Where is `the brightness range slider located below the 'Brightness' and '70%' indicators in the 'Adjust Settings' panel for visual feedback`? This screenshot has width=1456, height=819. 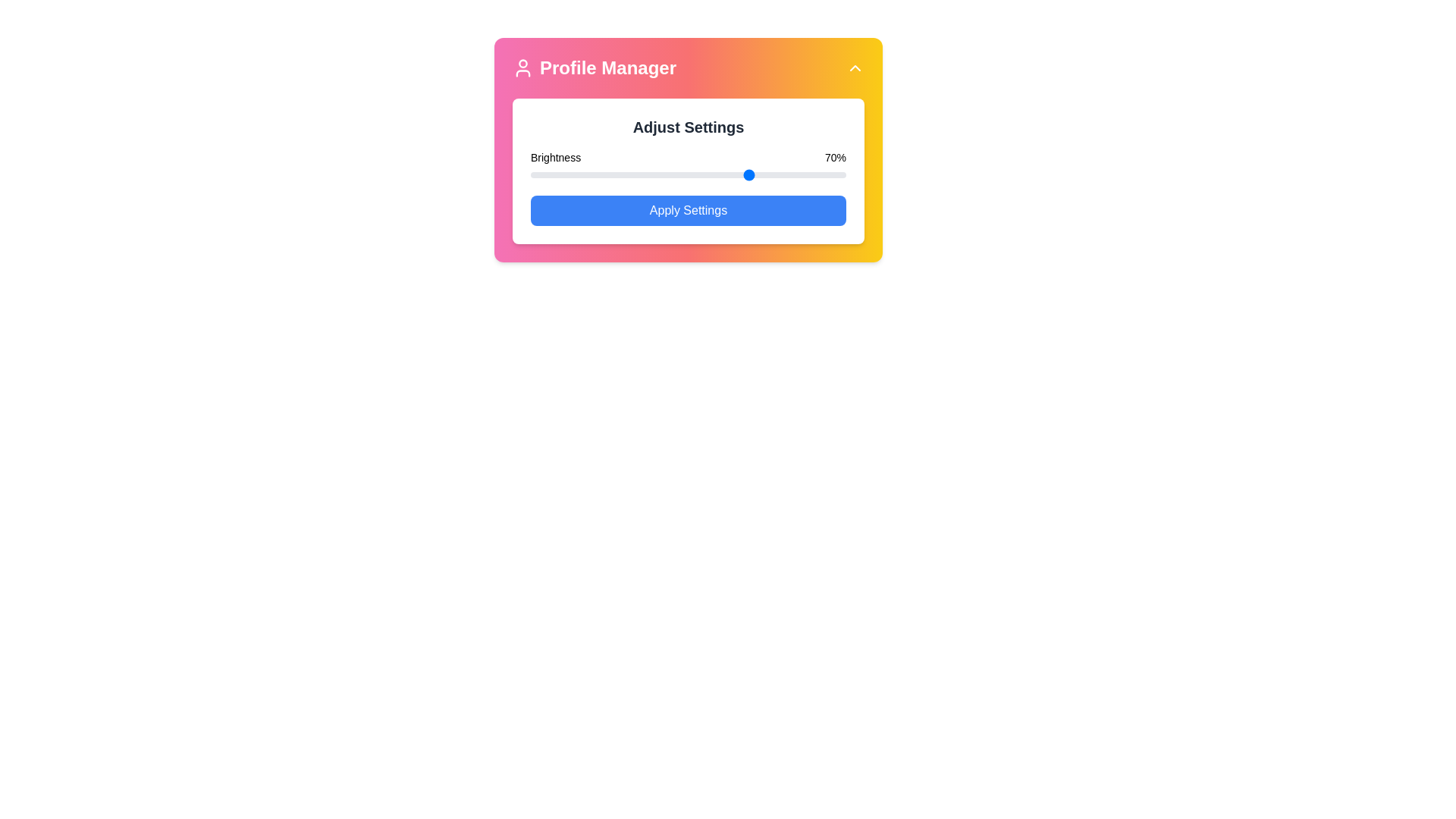
the brightness range slider located below the 'Brightness' and '70%' indicators in the 'Adjust Settings' panel for visual feedback is located at coordinates (687, 174).